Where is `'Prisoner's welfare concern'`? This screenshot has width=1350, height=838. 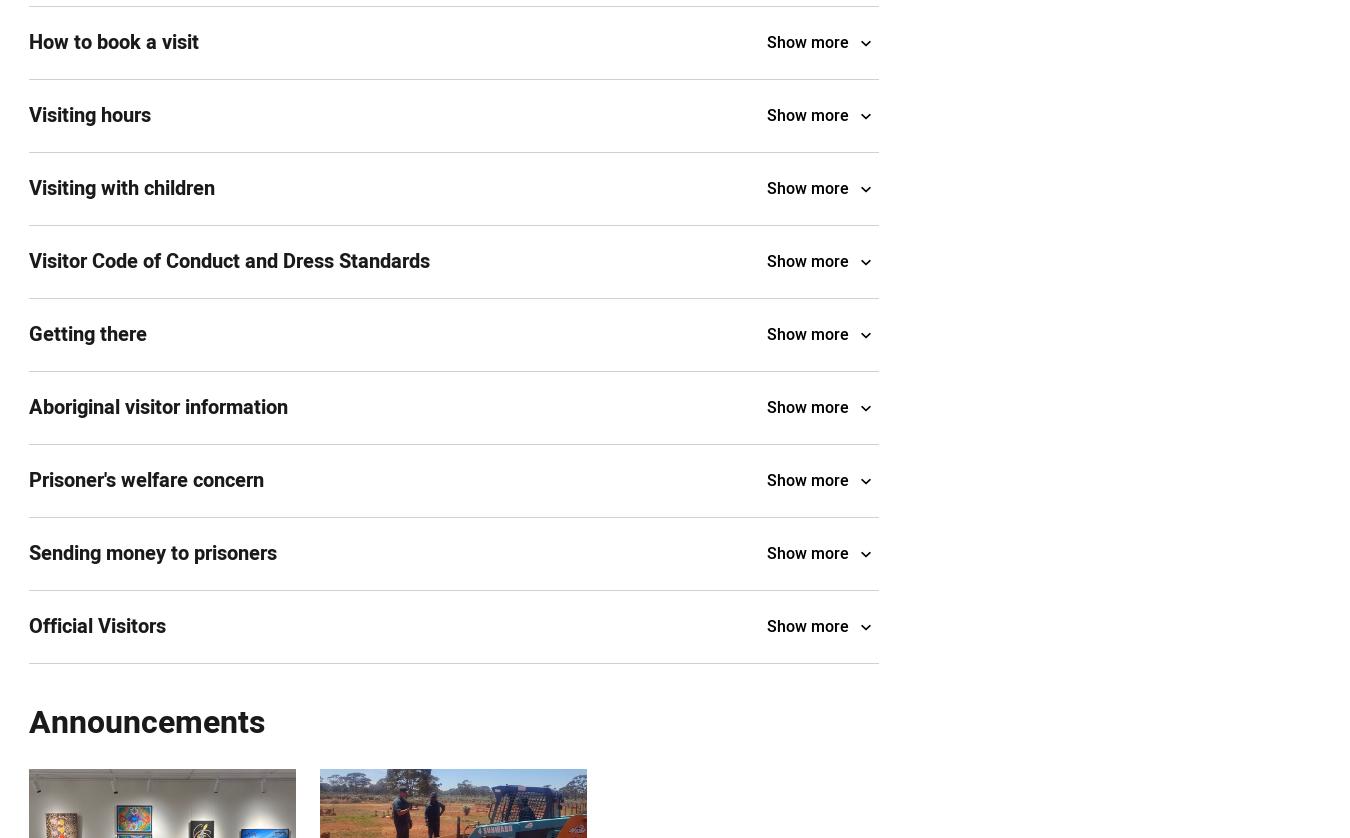 'Prisoner's welfare concern' is located at coordinates (28, 480).